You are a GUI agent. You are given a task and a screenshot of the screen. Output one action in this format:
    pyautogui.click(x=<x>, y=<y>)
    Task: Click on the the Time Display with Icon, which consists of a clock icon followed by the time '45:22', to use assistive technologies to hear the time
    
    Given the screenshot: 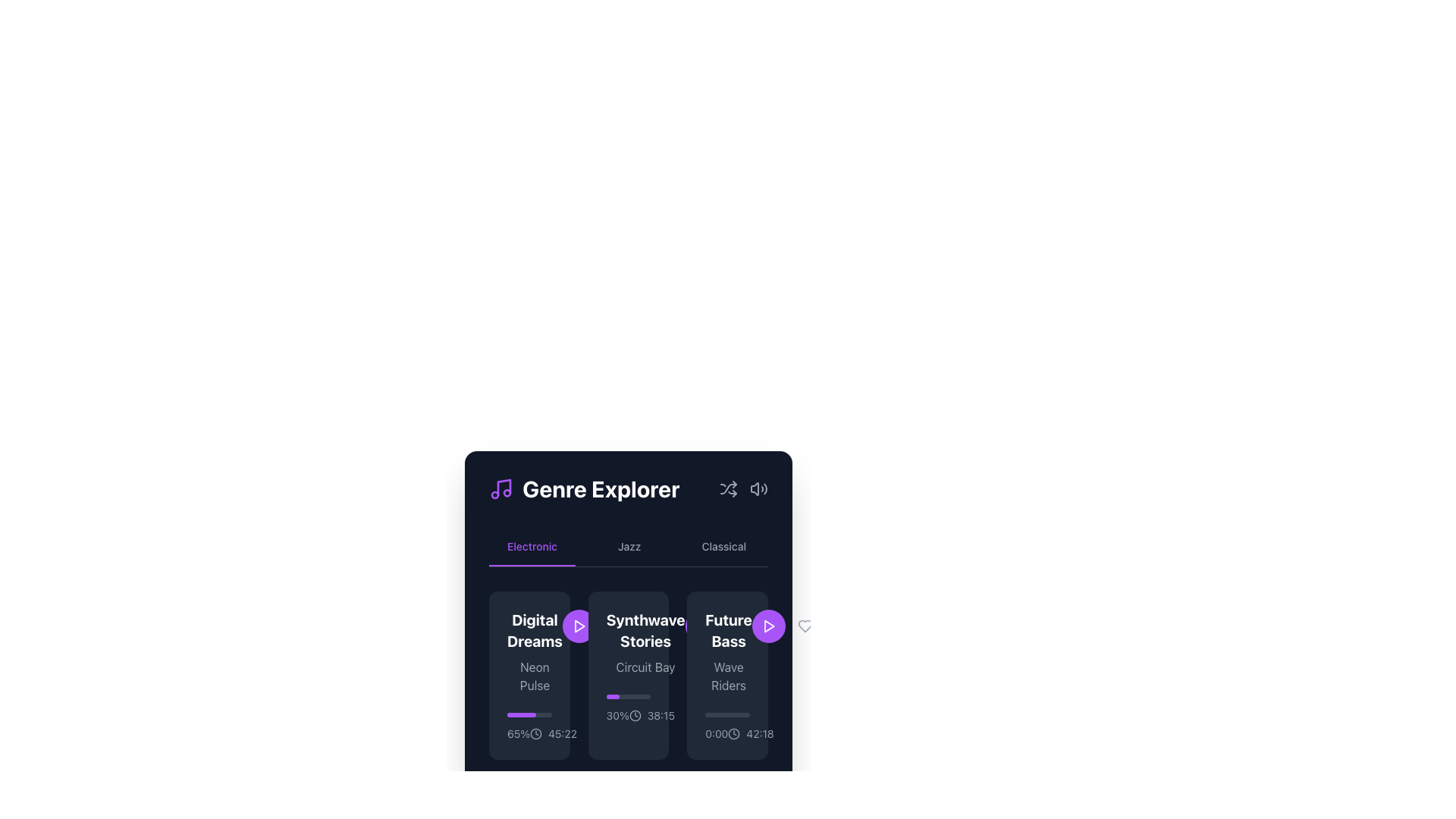 What is the action you would take?
    pyautogui.click(x=552, y=733)
    